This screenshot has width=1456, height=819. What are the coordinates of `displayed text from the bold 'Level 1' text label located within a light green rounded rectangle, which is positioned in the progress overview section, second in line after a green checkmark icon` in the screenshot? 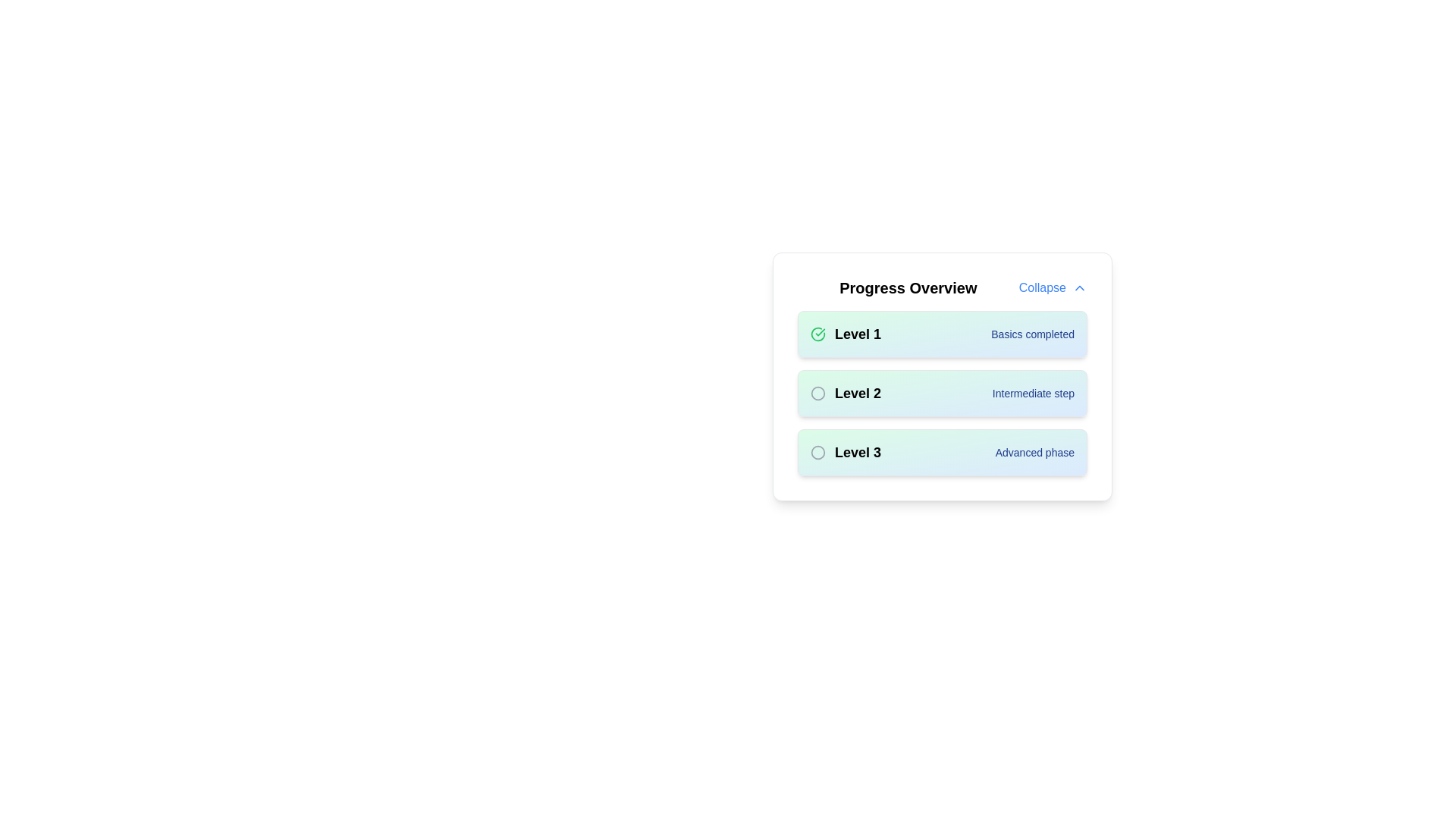 It's located at (858, 333).